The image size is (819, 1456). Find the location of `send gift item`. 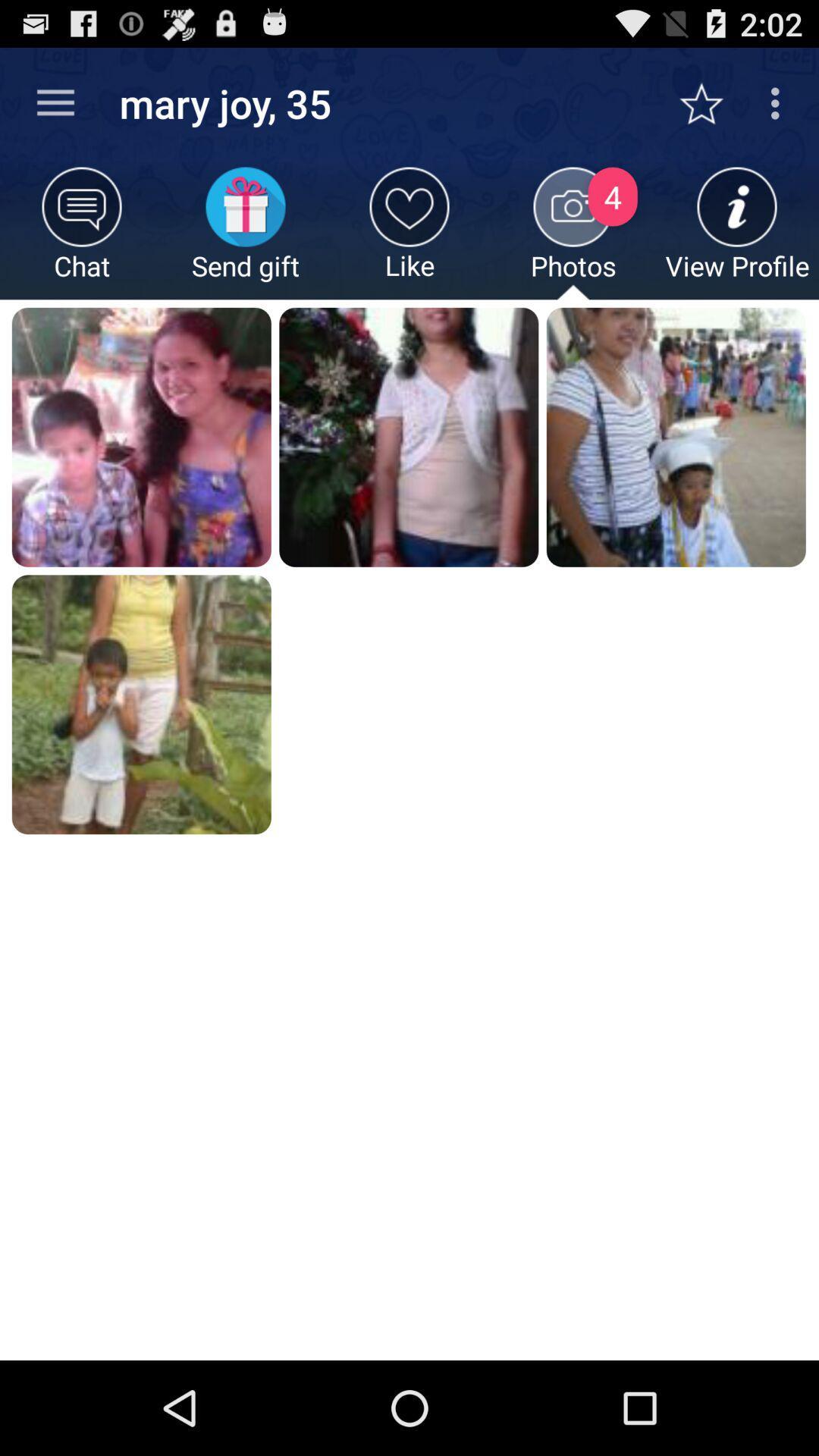

send gift item is located at coordinates (245, 232).